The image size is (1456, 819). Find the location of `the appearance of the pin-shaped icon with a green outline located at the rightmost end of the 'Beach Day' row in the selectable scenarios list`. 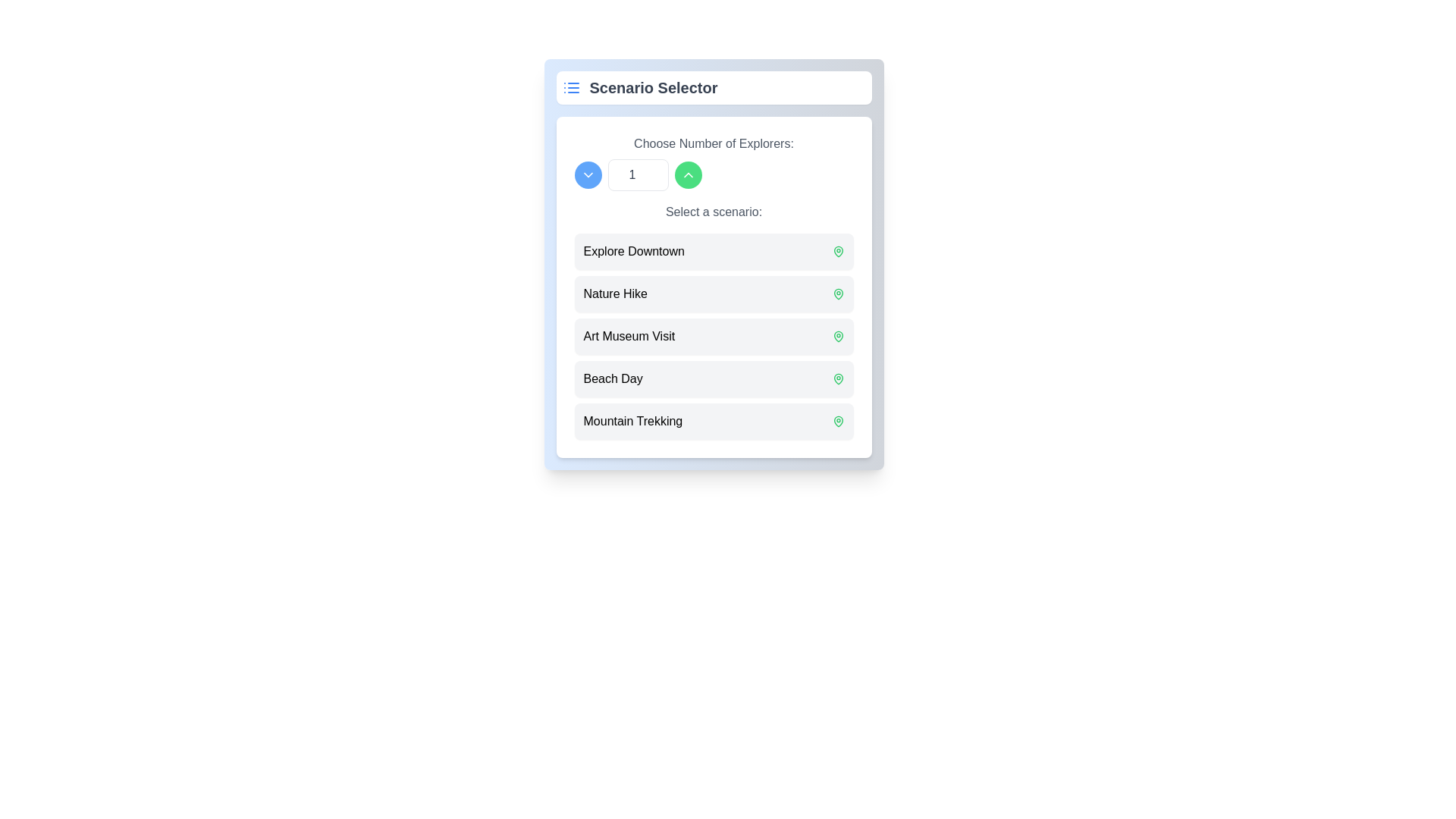

the appearance of the pin-shaped icon with a green outline located at the rightmost end of the 'Beach Day' row in the selectable scenarios list is located at coordinates (837, 378).